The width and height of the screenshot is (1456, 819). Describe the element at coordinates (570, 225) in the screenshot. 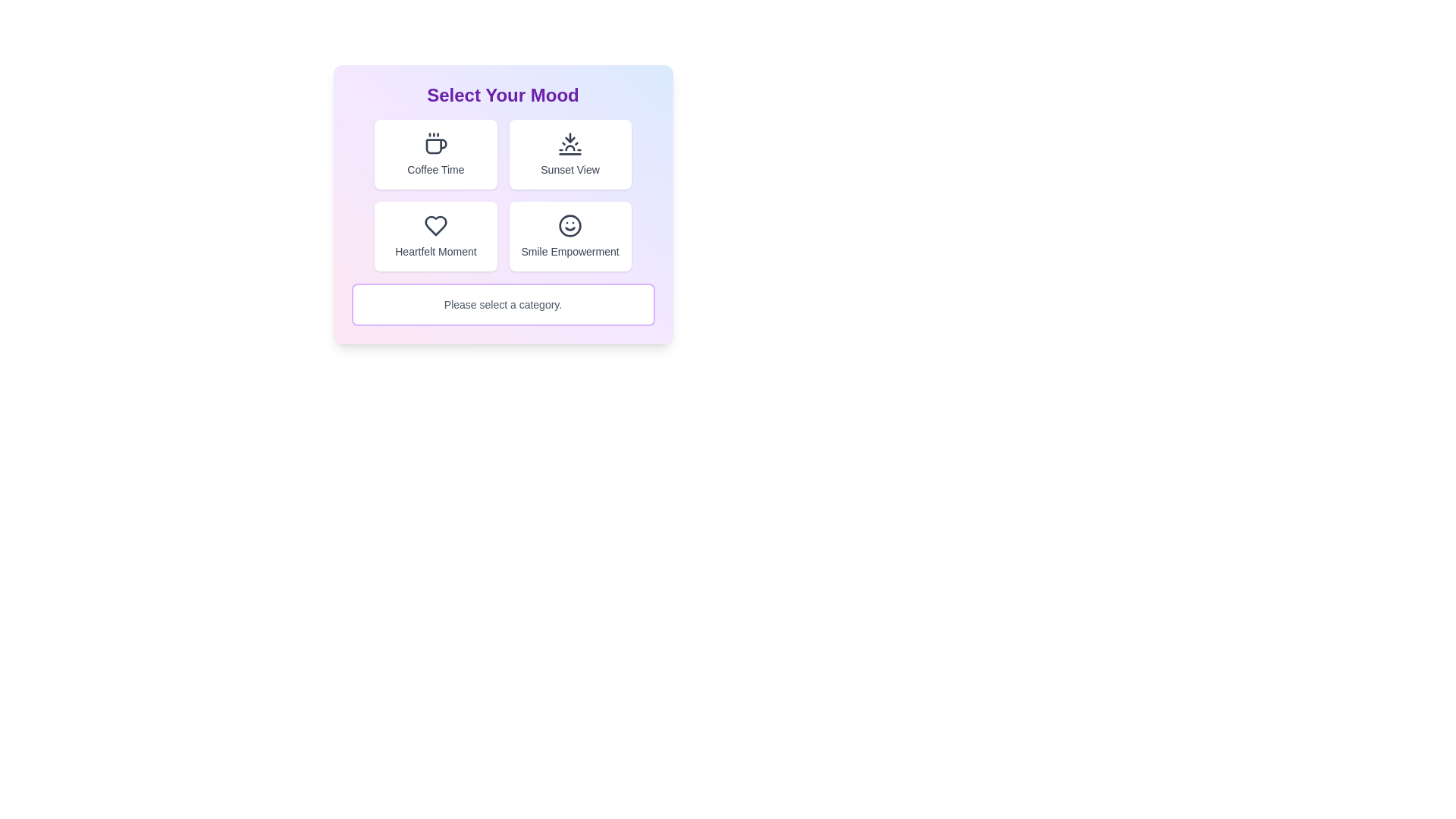

I see `the smiley-face icon in the bottom-right card of the four-card grid` at that location.